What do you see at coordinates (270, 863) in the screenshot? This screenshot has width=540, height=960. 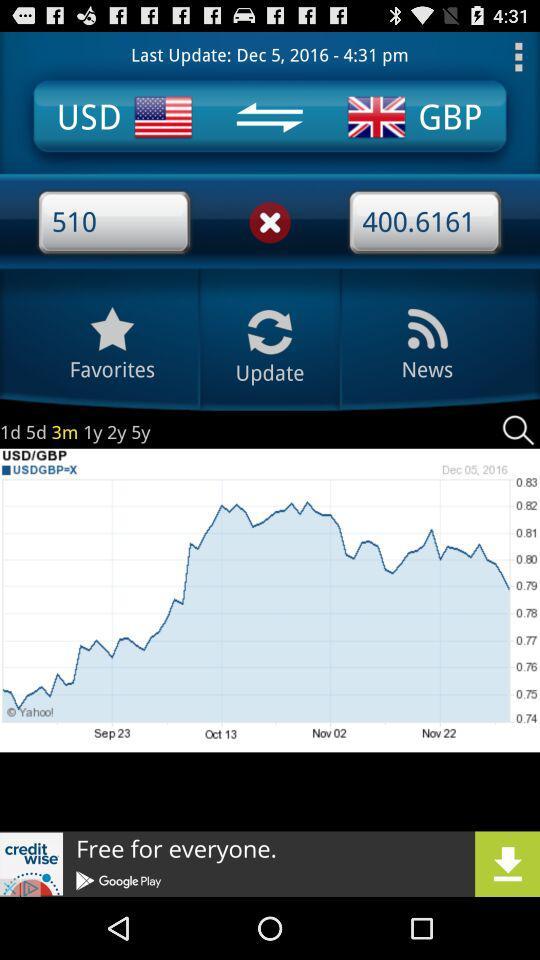 I see `icon` at bounding box center [270, 863].